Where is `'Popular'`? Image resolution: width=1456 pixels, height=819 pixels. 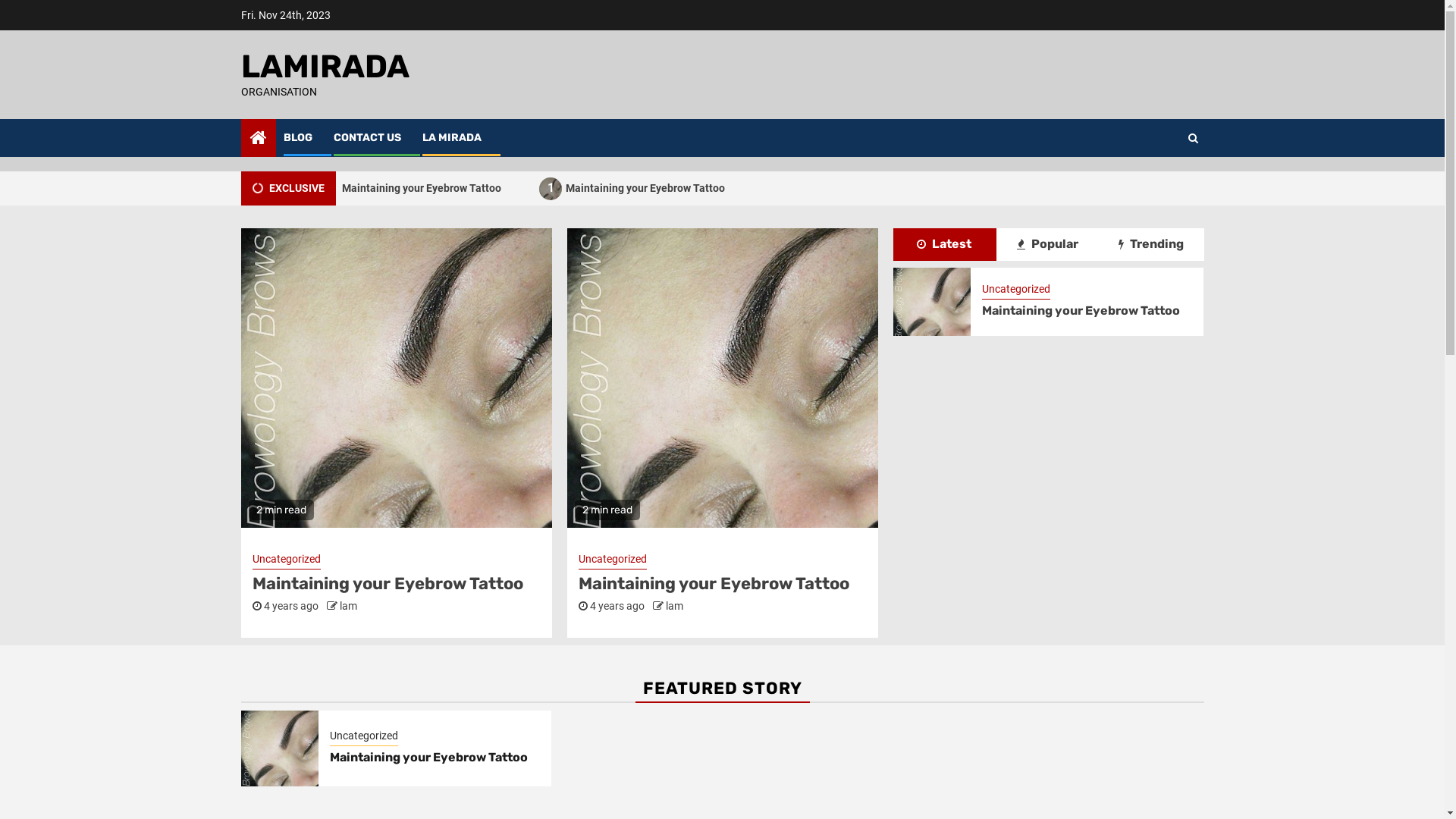
'Popular' is located at coordinates (1005, 243).